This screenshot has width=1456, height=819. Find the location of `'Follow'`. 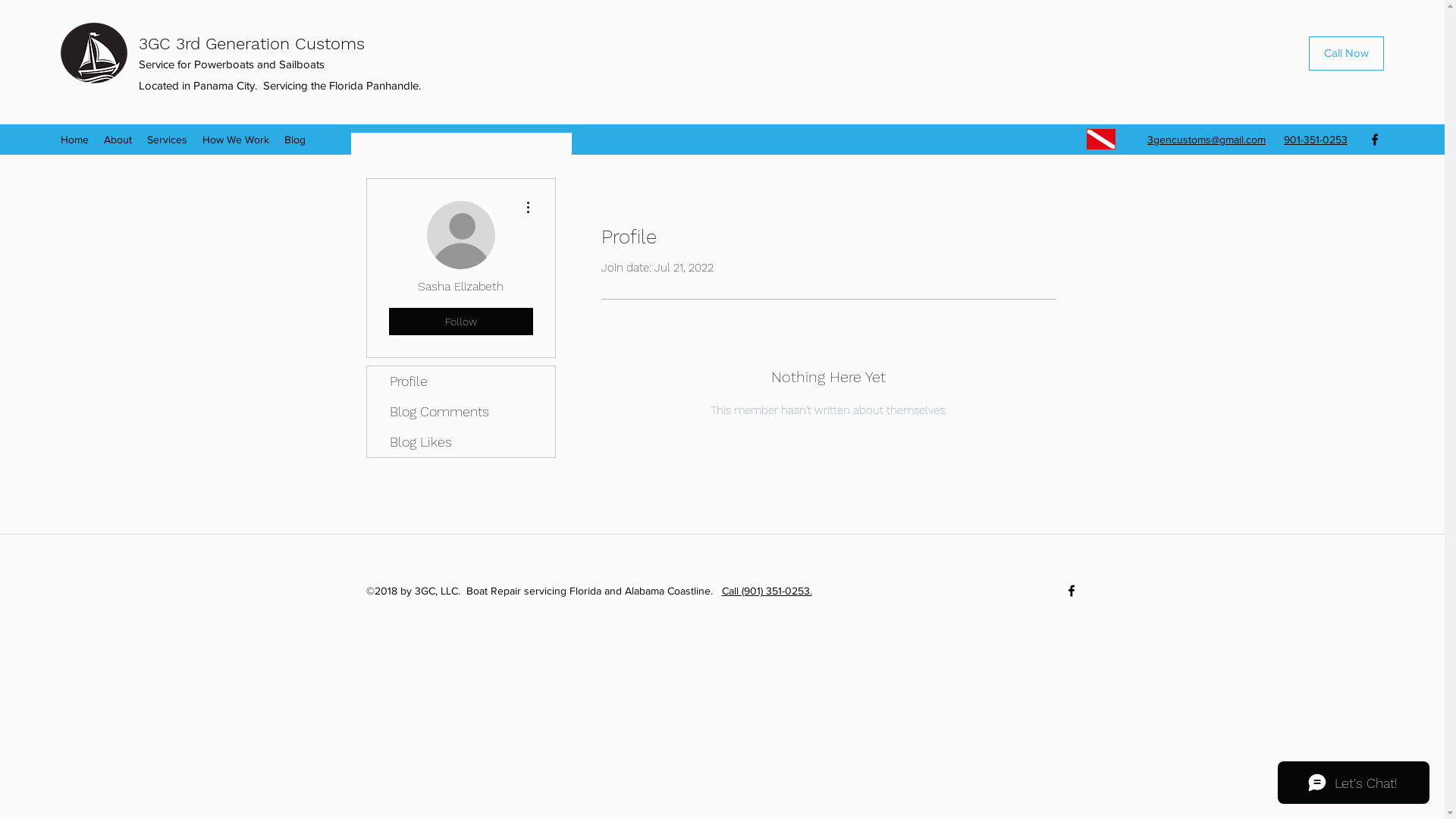

'Follow' is located at coordinates (459, 321).